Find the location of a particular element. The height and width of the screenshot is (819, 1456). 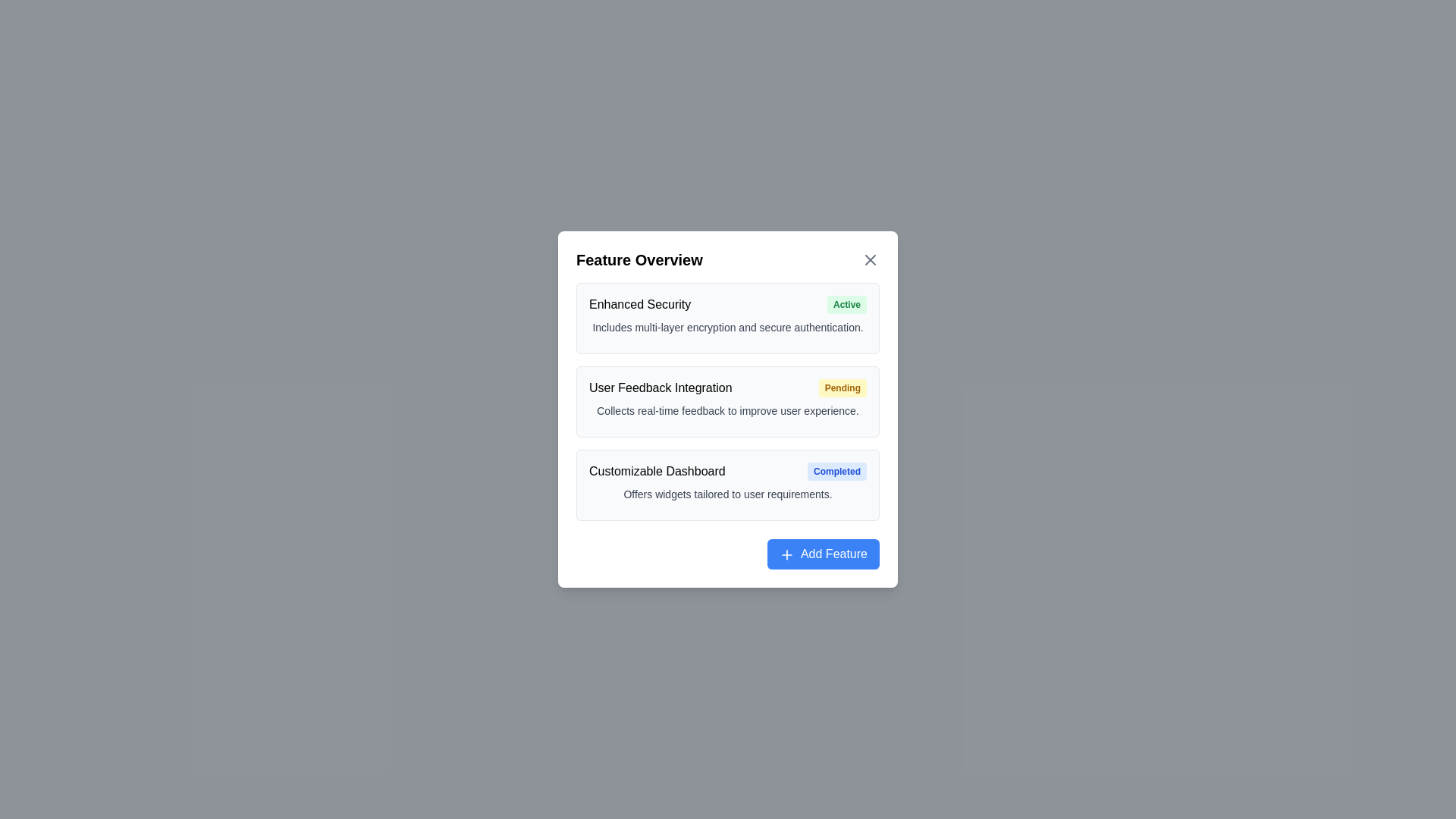

the text element displaying 'Collects real-time feedback to improve user experience.' which is styled in gray and positioned below 'User Feedback Integration' in the interface is located at coordinates (728, 411).